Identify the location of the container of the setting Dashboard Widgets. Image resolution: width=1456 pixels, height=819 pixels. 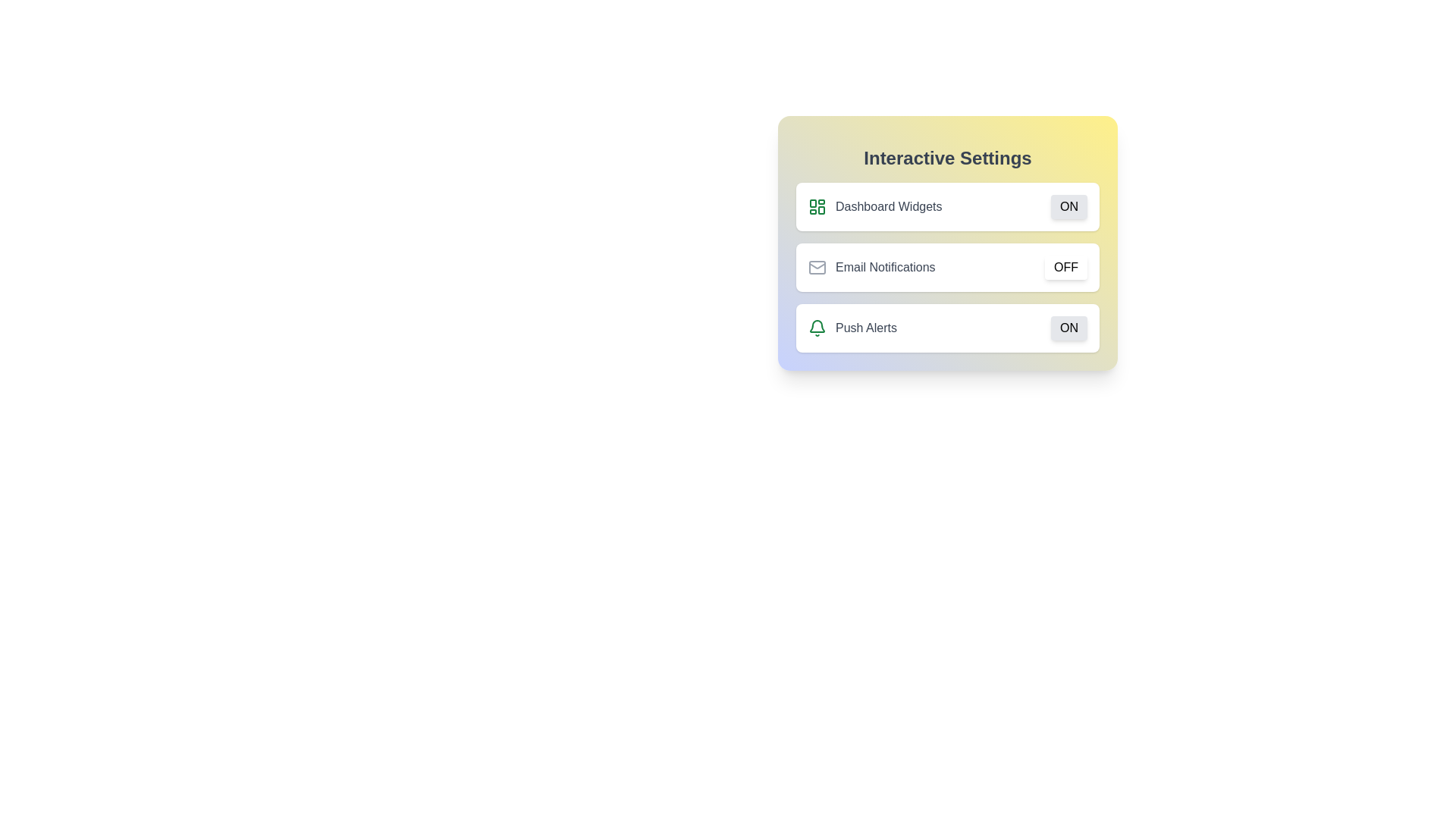
(946, 207).